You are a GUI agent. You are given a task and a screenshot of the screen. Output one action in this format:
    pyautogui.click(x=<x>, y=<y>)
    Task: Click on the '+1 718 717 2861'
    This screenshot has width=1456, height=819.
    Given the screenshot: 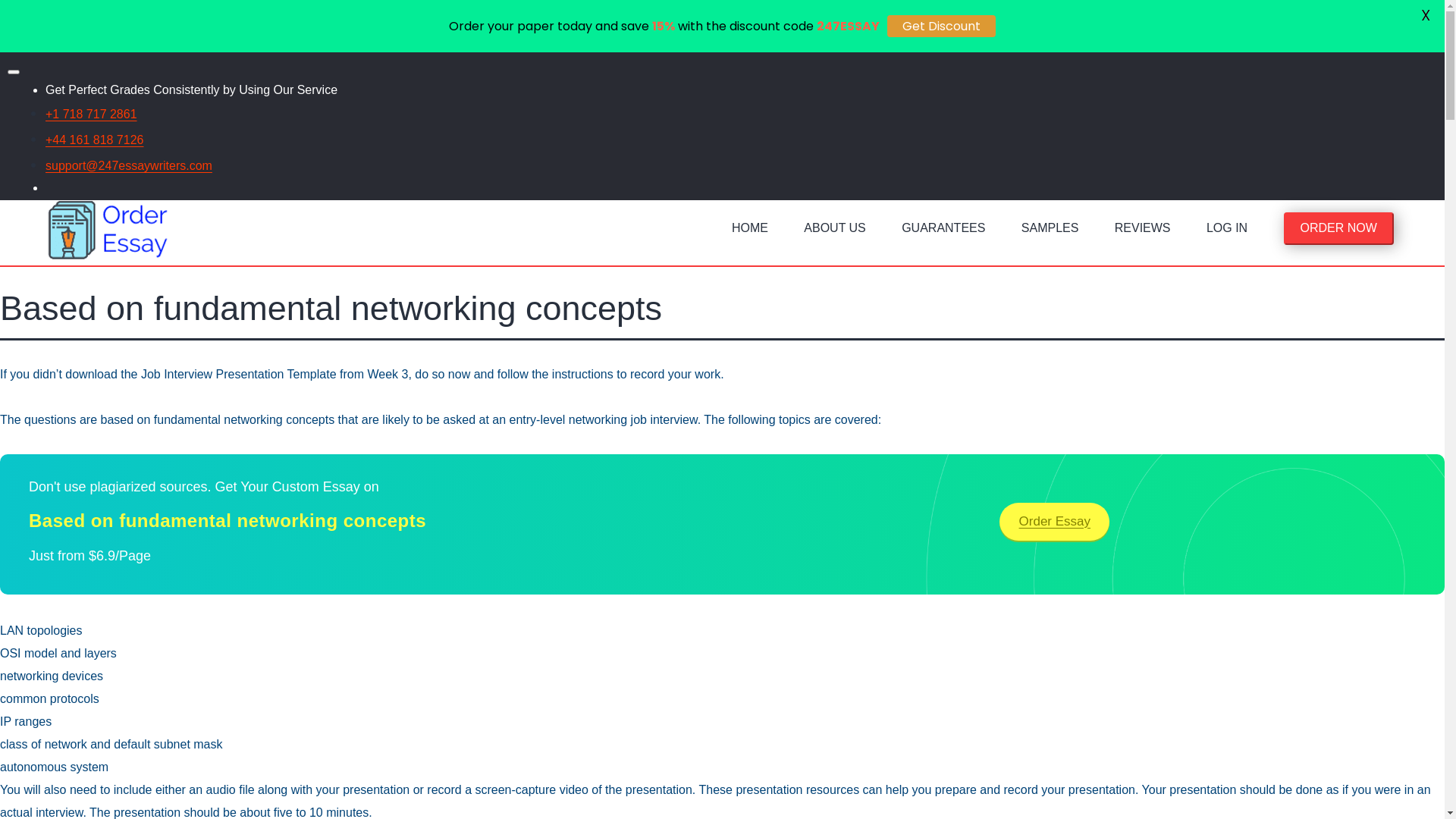 What is the action you would take?
    pyautogui.click(x=90, y=113)
    